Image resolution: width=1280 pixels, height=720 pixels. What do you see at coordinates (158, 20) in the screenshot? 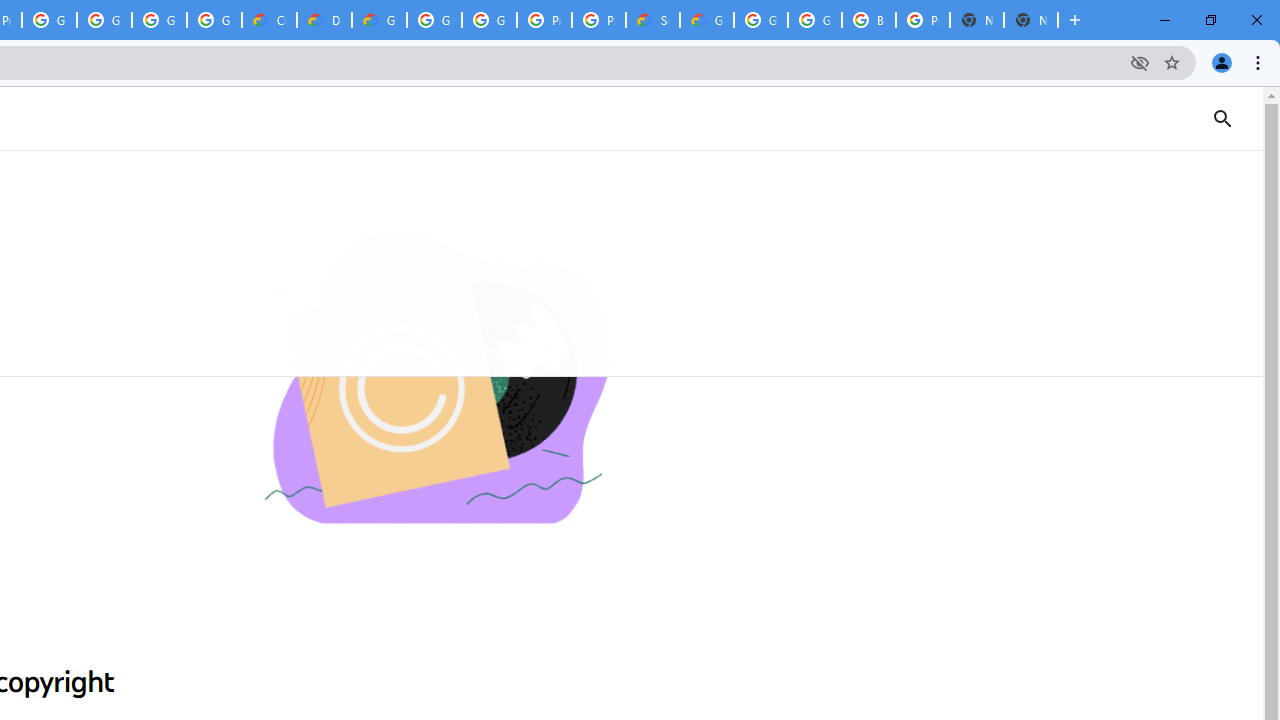
I see `'Google Workspace - Specific Terms'` at bounding box center [158, 20].